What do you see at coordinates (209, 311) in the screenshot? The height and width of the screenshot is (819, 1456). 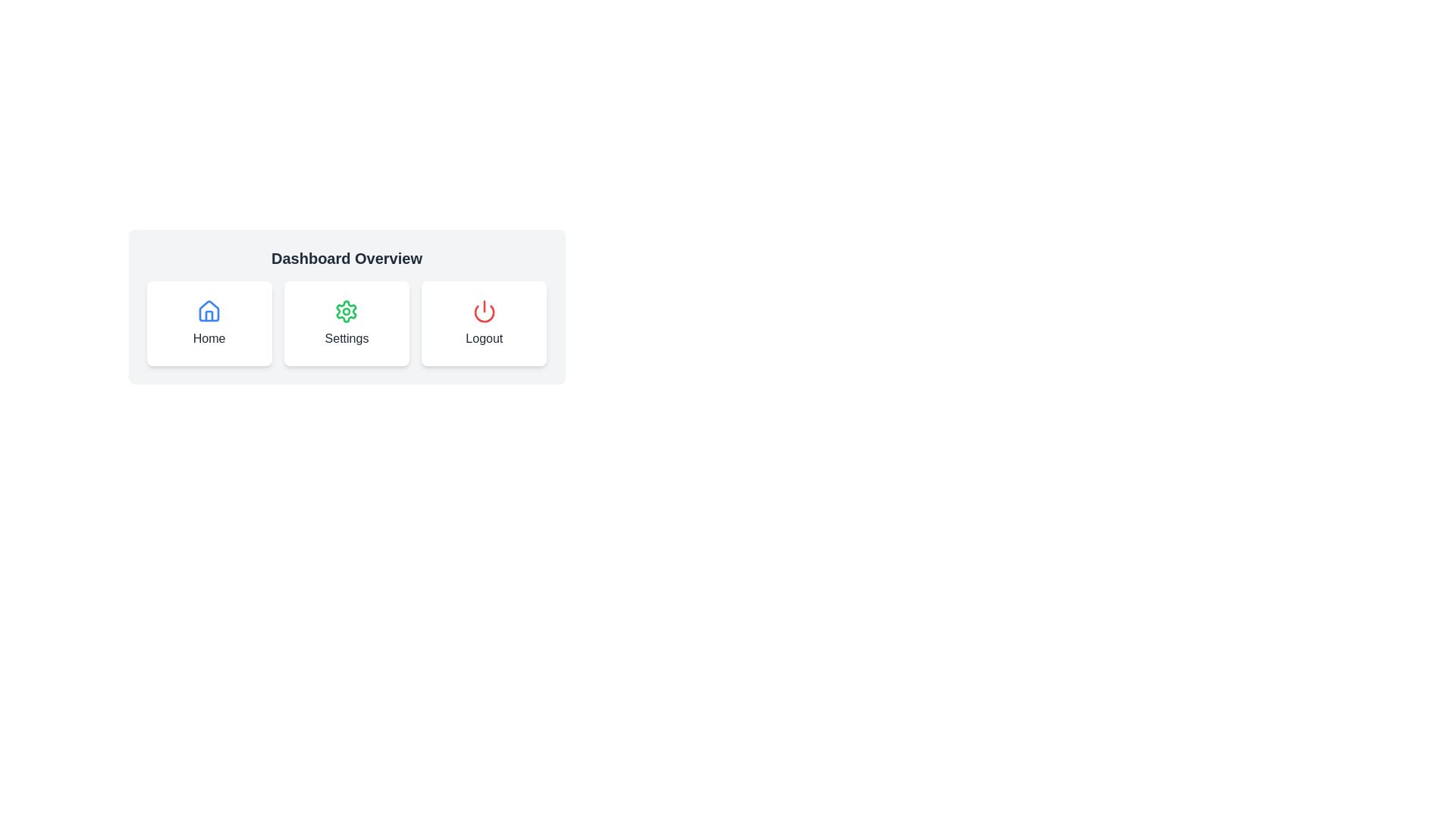 I see `the blue house icon located above the 'Home' text label in the leftmost card of the interface` at bounding box center [209, 311].